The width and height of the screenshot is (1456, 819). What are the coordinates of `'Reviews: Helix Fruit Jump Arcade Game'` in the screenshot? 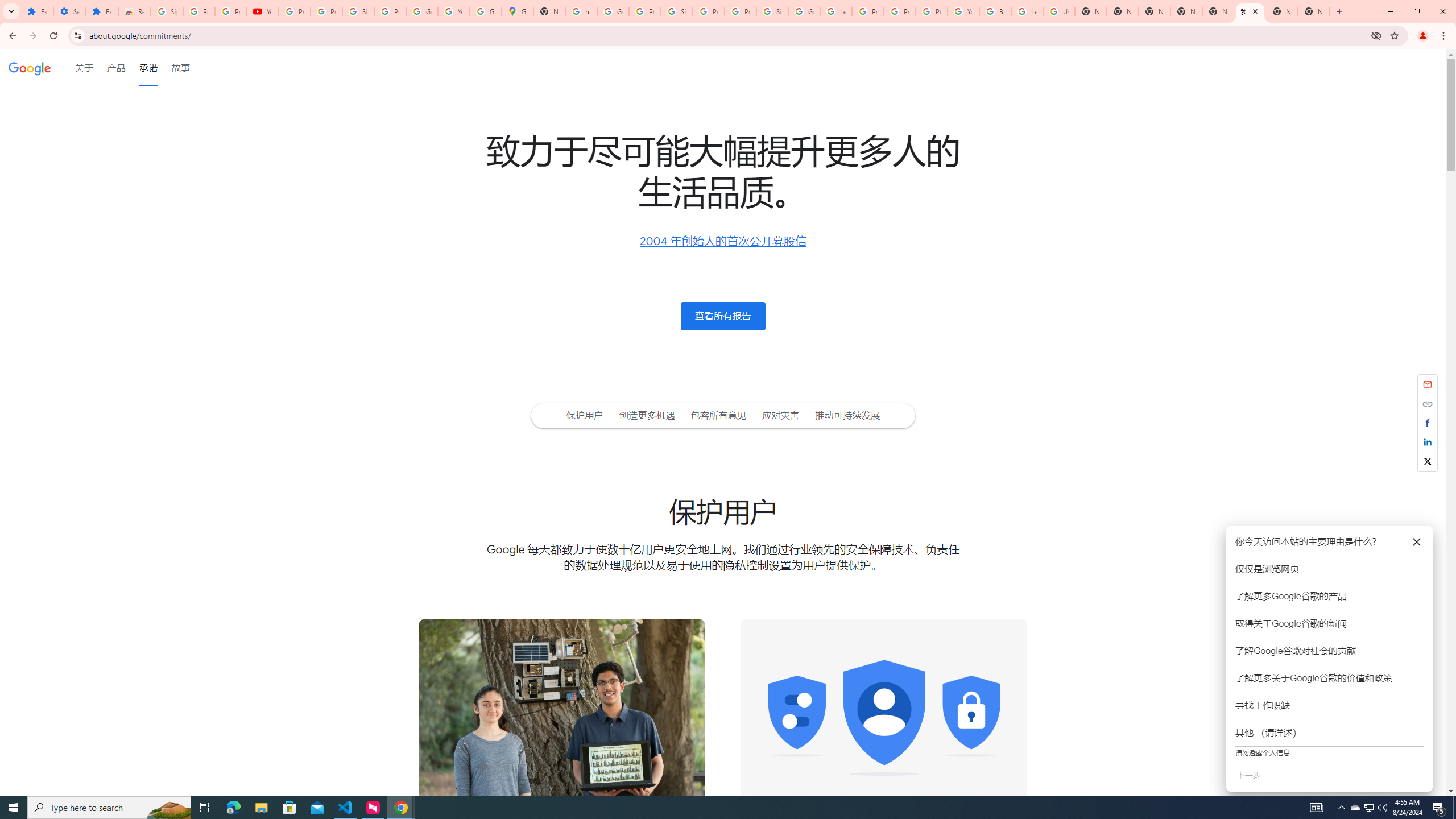 It's located at (134, 11).